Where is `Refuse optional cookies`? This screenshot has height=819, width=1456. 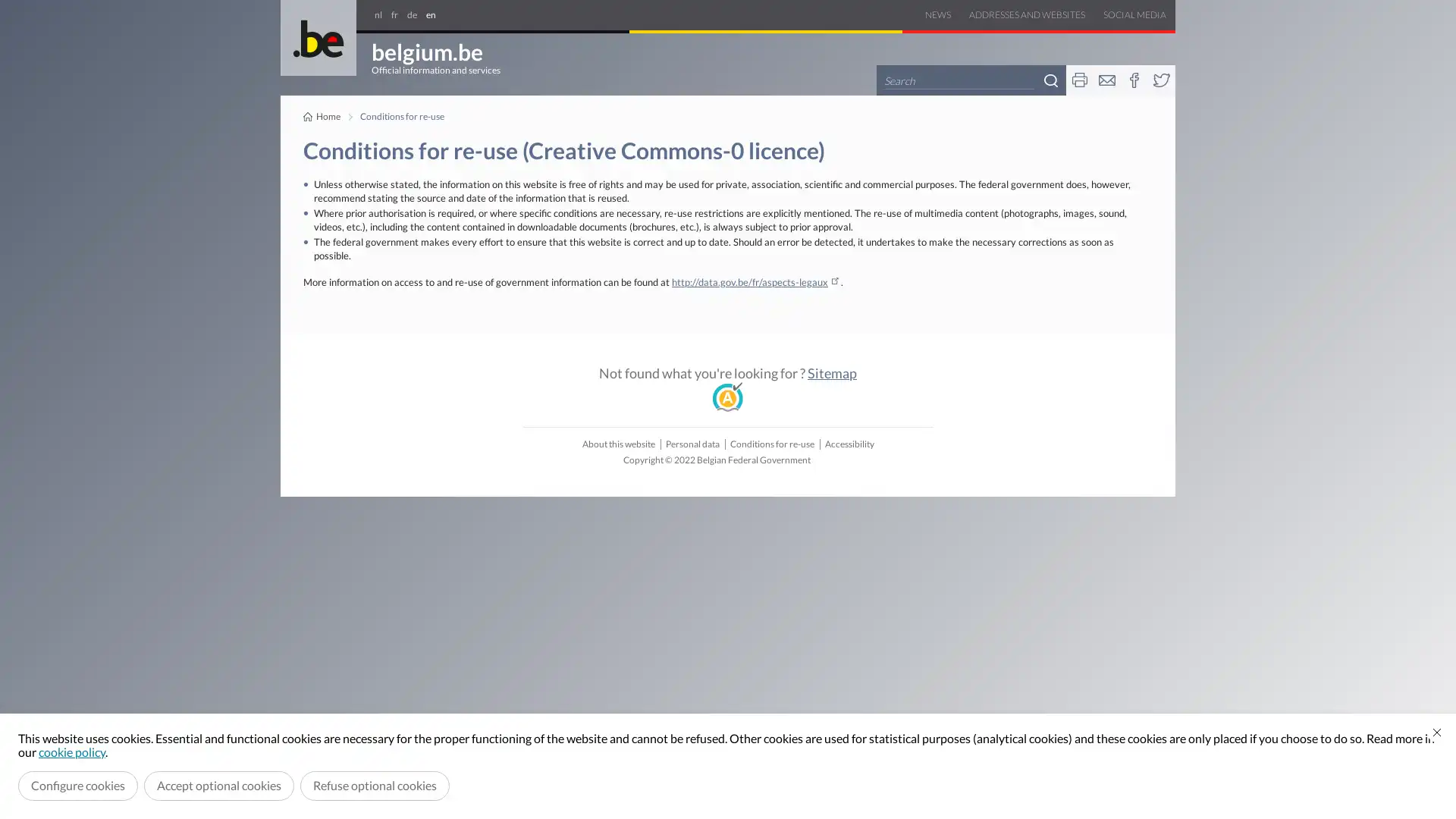 Refuse optional cookies is located at coordinates (375, 785).